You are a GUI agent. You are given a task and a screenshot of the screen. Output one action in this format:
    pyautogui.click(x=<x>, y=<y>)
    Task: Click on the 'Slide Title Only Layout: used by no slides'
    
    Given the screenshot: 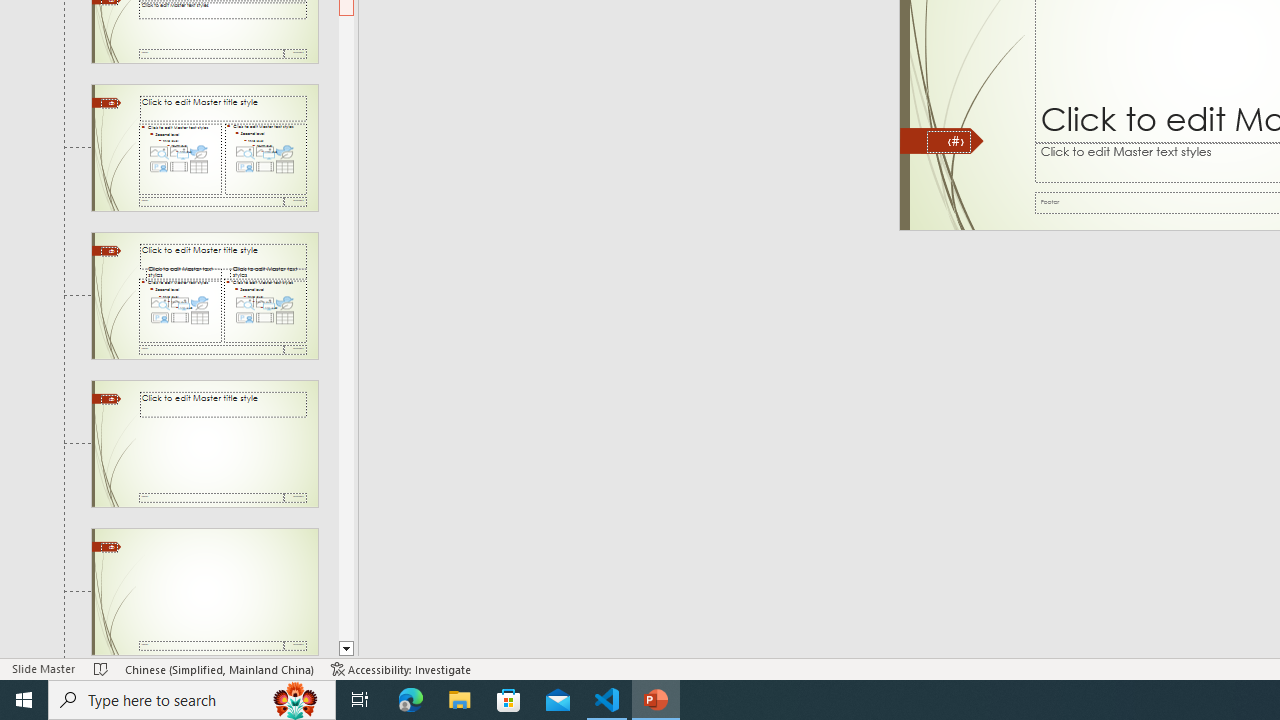 What is the action you would take?
    pyautogui.click(x=204, y=442)
    